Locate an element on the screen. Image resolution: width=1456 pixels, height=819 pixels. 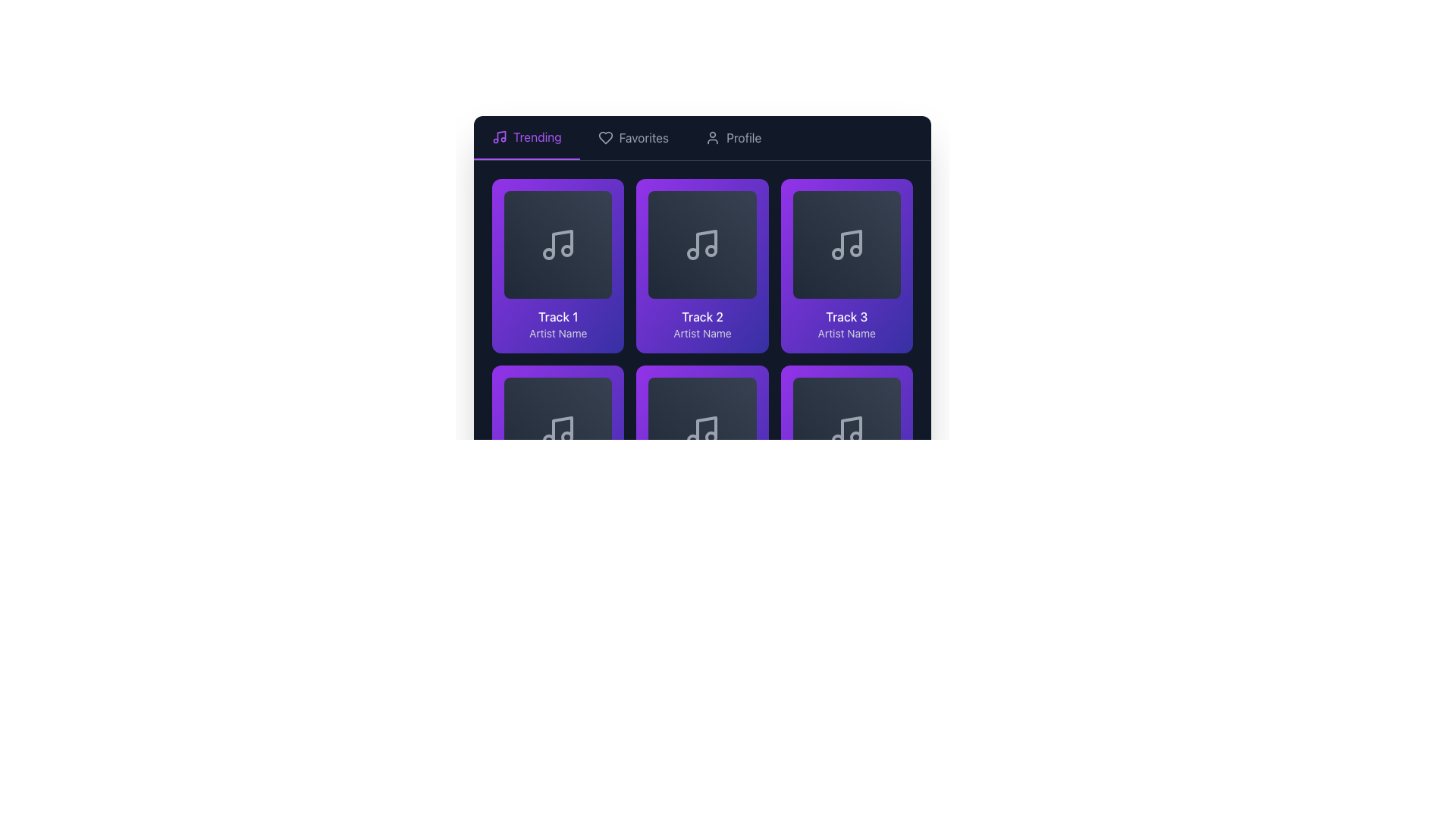
the music note icon located in the middle row of the card grid layout, which serves as a decorative indicator of music content is located at coordinates (706, 429).